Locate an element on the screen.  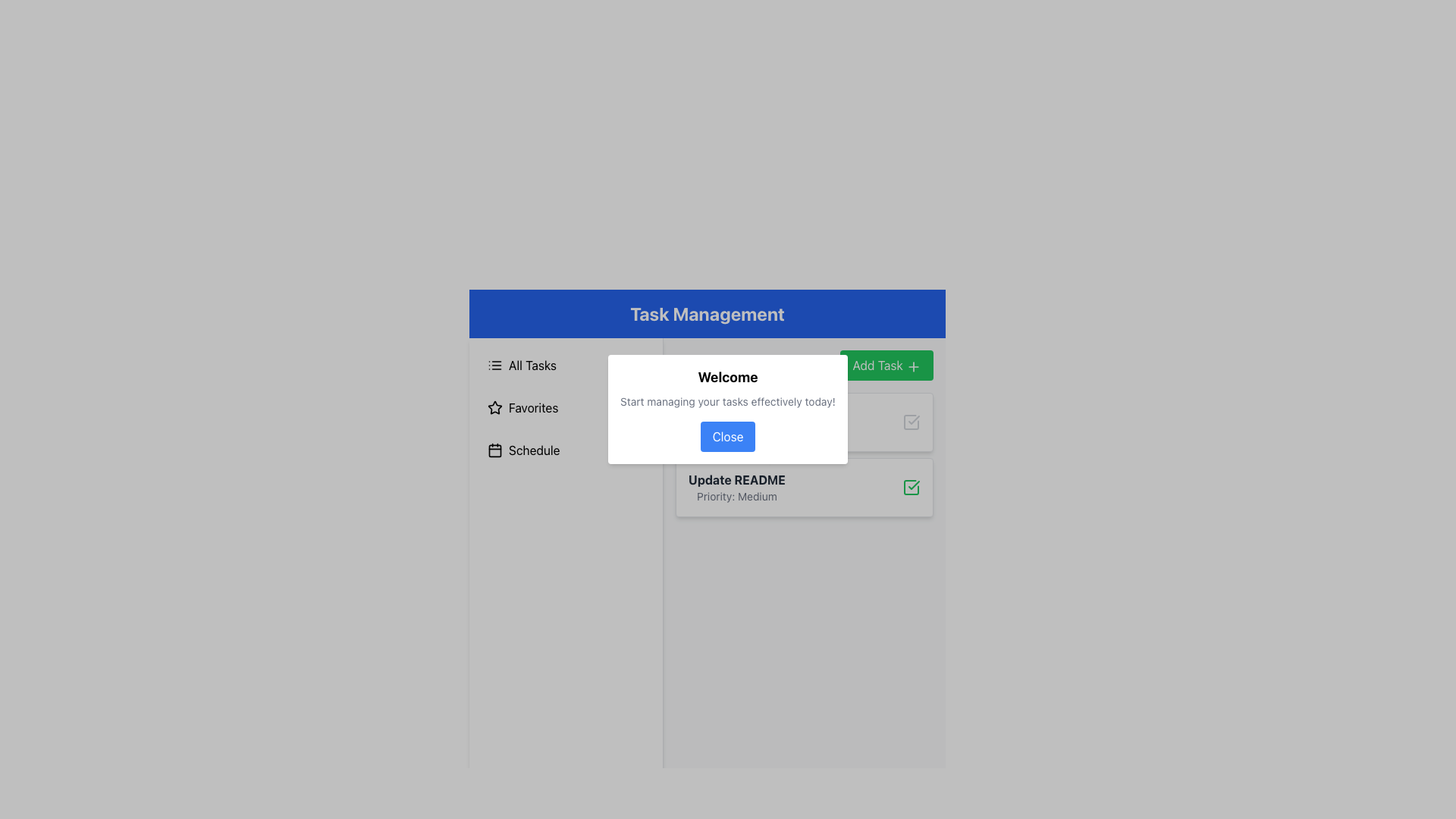
the bold text label displaying 'Welcome' in a white dialog box, positioned prominently at the top of the pop-up is located at coordinates (728, 376).